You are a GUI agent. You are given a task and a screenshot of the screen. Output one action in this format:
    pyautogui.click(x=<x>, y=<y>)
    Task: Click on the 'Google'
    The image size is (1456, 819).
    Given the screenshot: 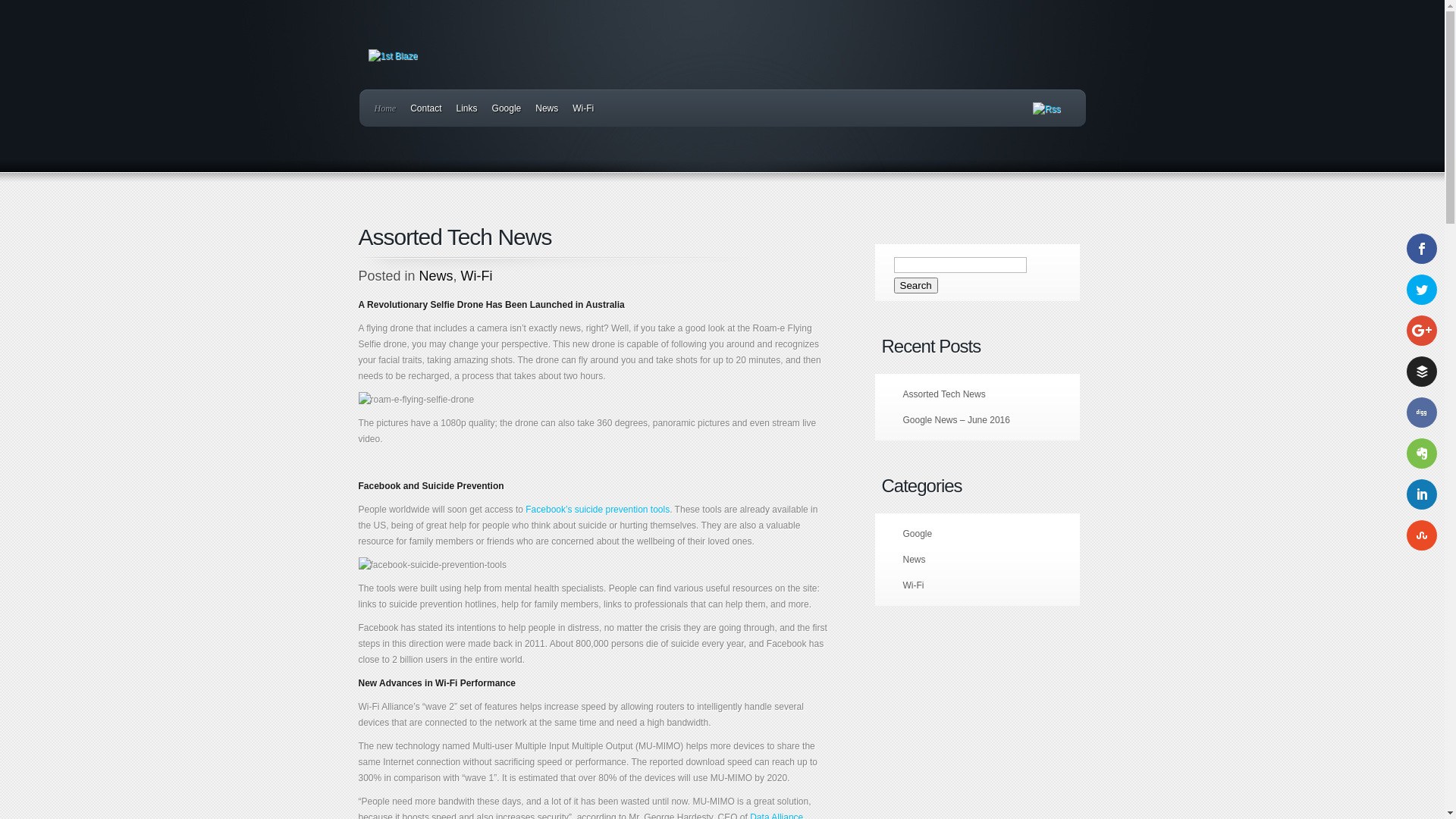 What is the action you would take?
    pyautogui.click(x=916, y=533)
    